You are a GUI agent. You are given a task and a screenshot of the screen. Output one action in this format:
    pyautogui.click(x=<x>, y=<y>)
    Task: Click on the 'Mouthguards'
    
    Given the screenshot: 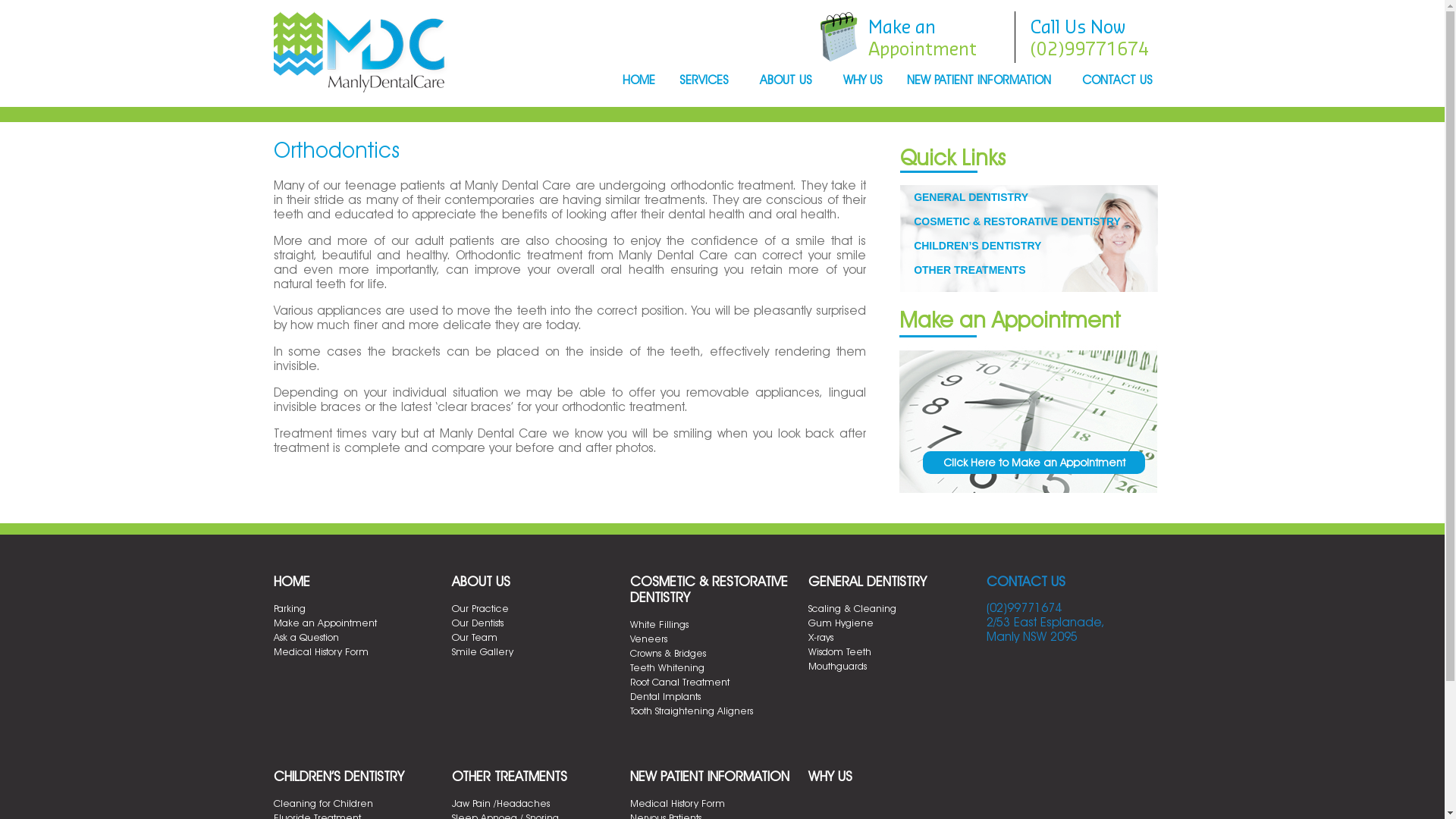 What is the action you would take?
    pyautogui.click(x=836, y=665)
    